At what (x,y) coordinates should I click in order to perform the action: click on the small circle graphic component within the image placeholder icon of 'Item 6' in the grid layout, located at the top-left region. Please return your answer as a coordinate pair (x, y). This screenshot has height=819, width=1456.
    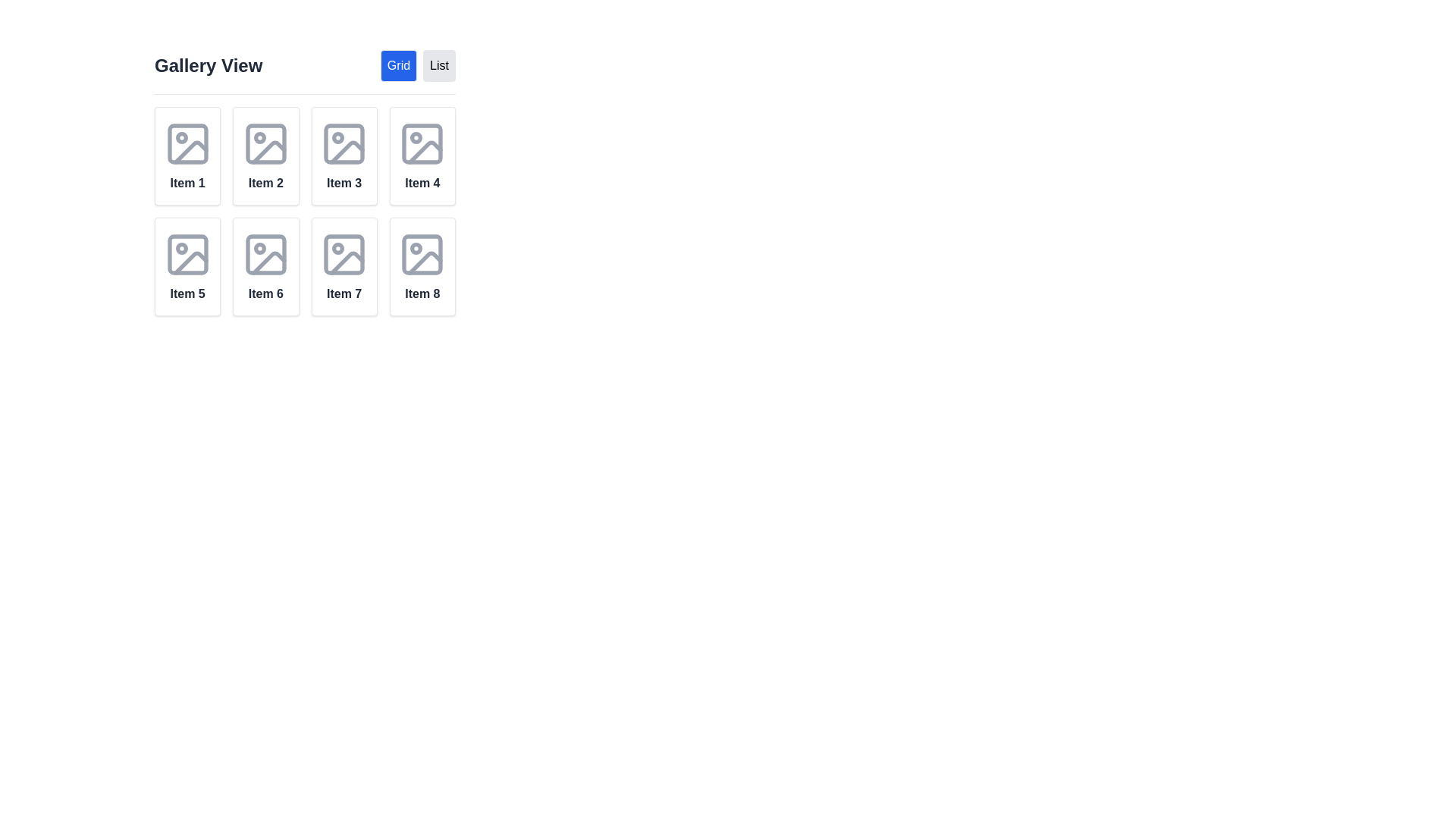
    Looking at the image, I should click on (259, 247).